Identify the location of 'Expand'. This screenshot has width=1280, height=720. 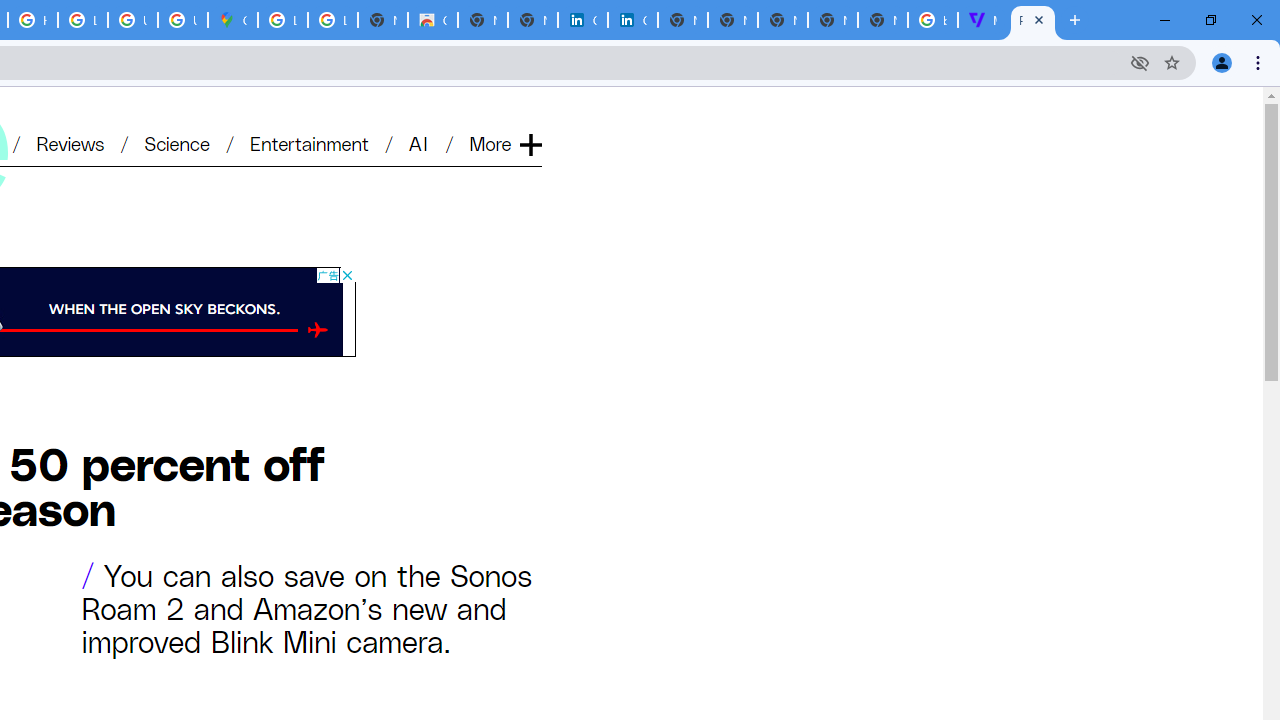
(529, 113).